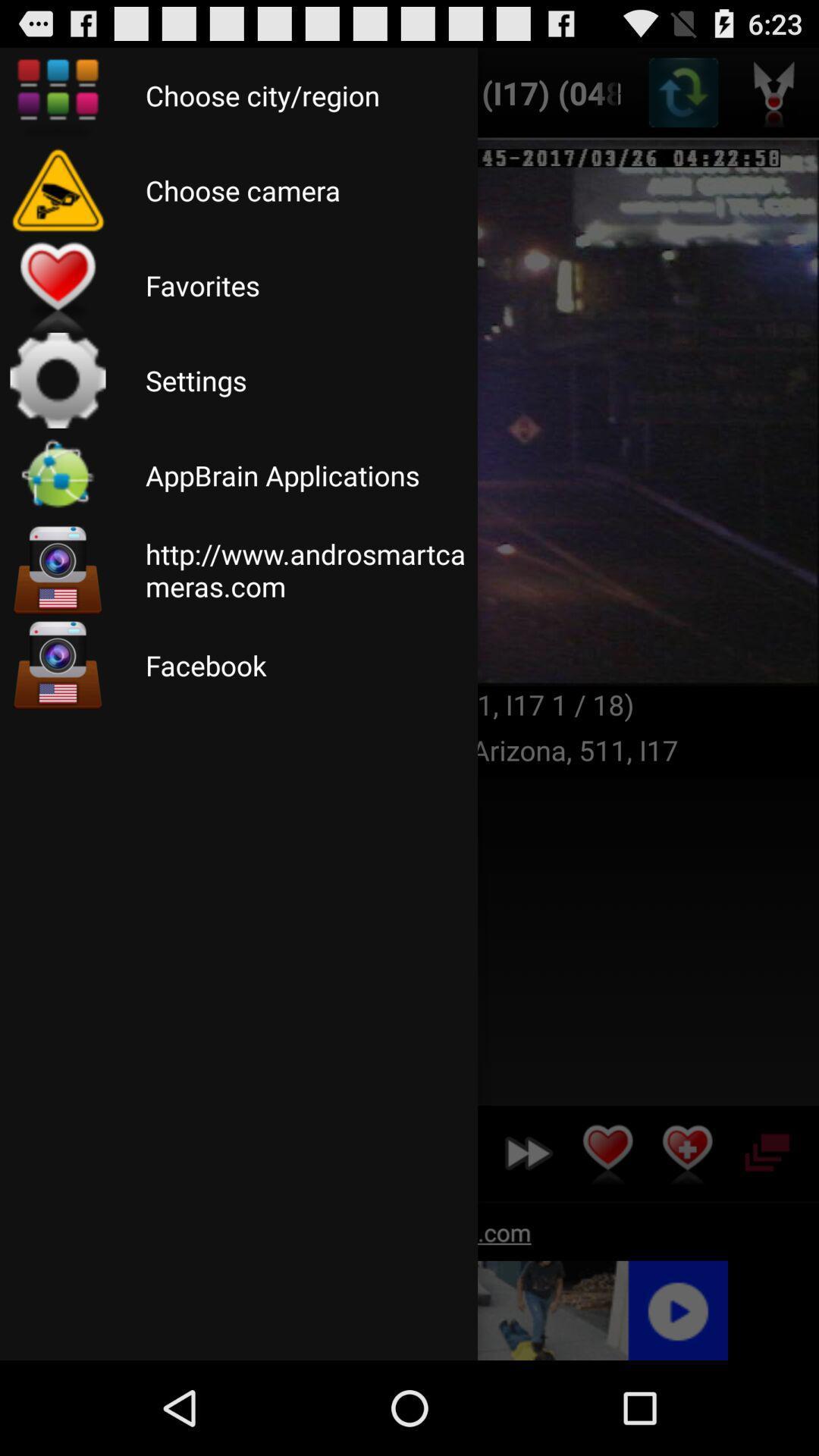 Image resolution: width=819 pixels, height=1456 pixels. I want to click on the favorite icon, so click(607, 1234).